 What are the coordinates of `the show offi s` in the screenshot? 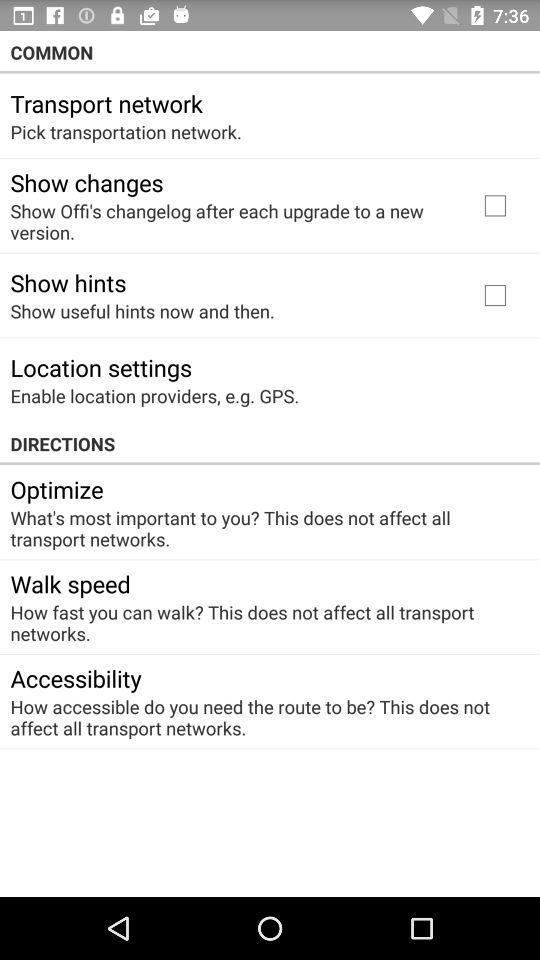 It's located at (230, 221).